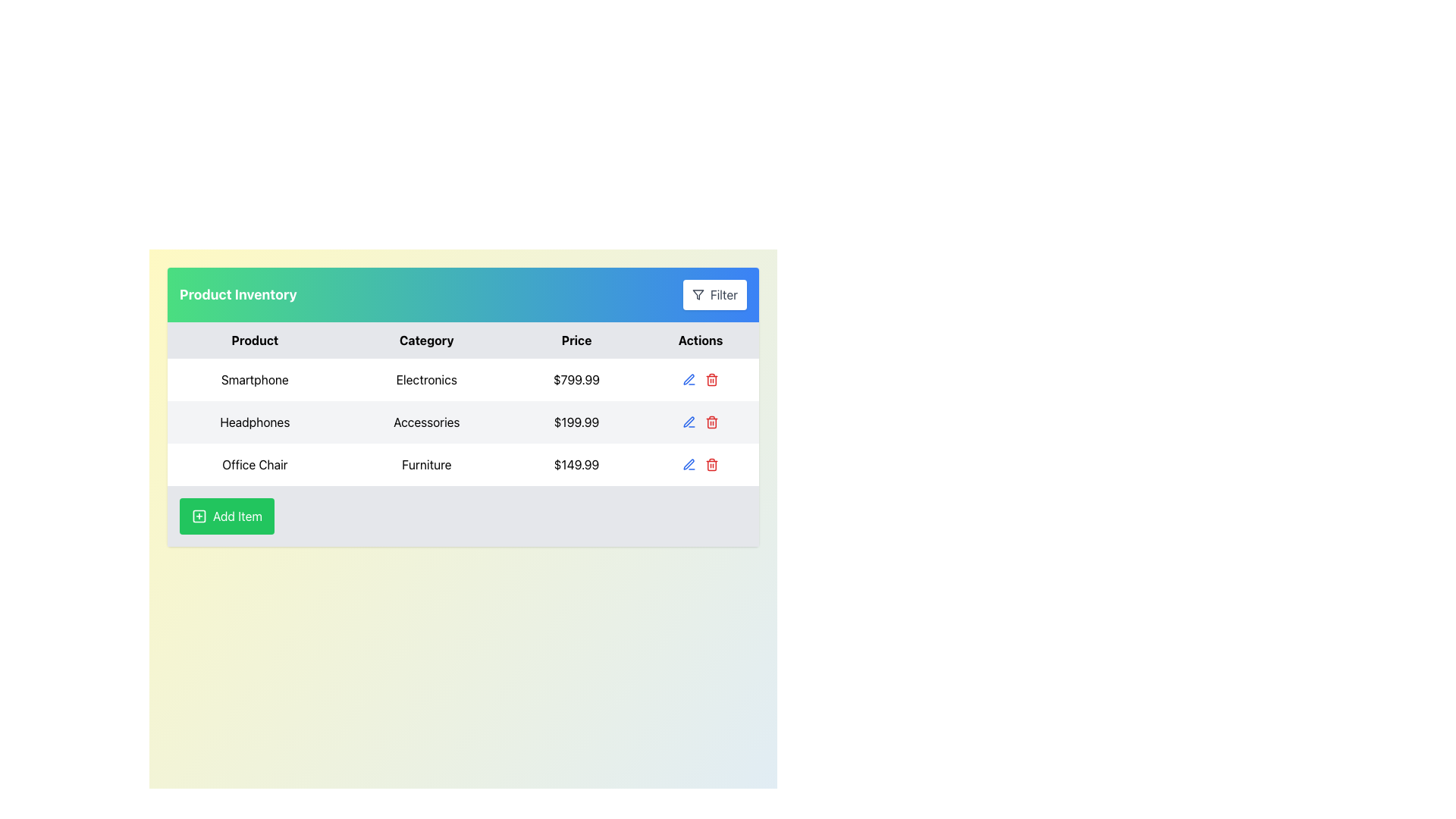 Image resolution: width=1456 pixels, height=819 pixels. What do you see at coordinates (723, 295) in the screenshot?
I see `the 'Filter' text label, which is styled in dark gray sans-serif font and located next to a filter icon in the top-right section of the interface` at bounding box center [723, 295].